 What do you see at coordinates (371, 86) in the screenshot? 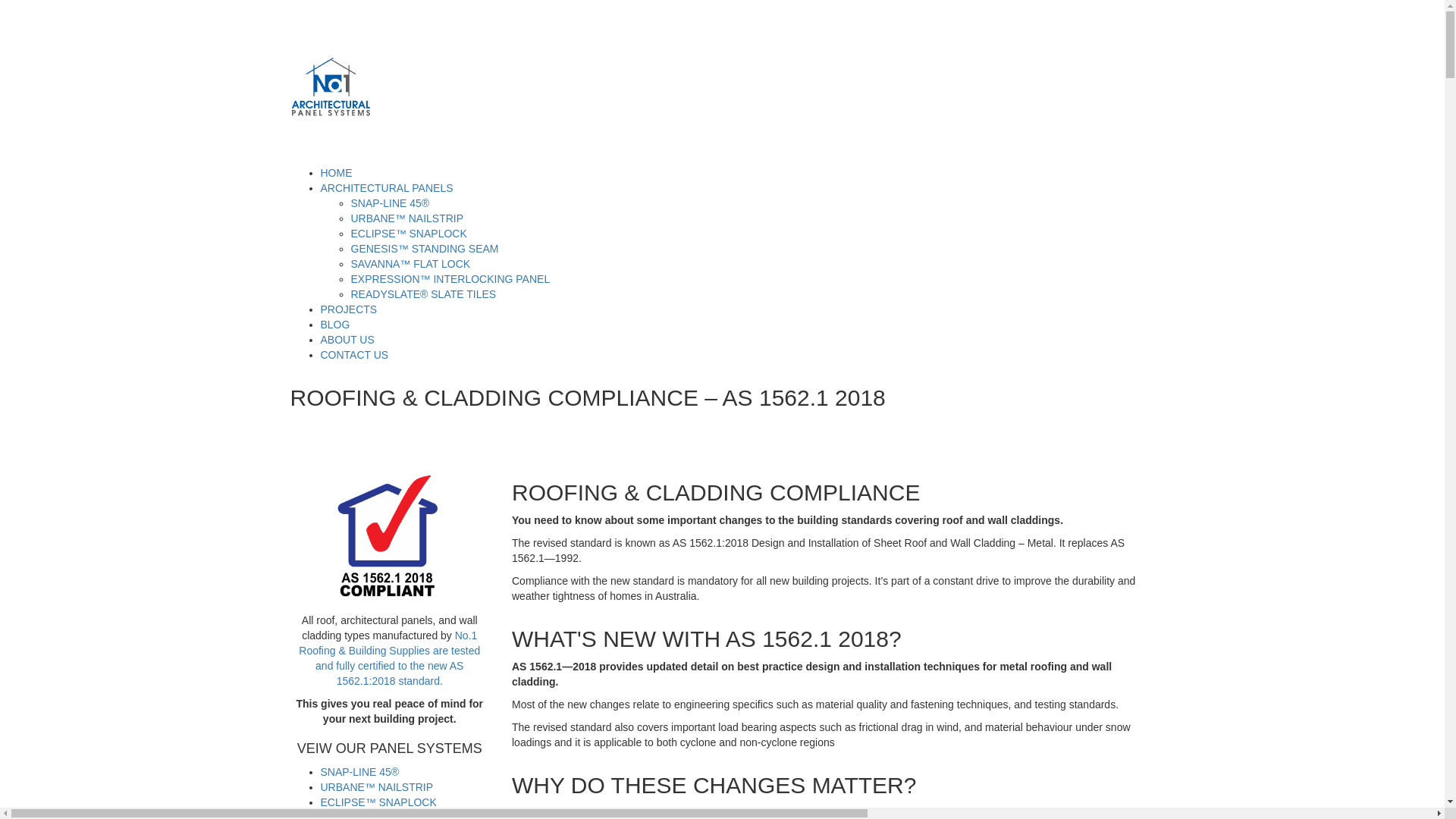
I see `'There is no equivalent'` at bounding box center [371, 86].